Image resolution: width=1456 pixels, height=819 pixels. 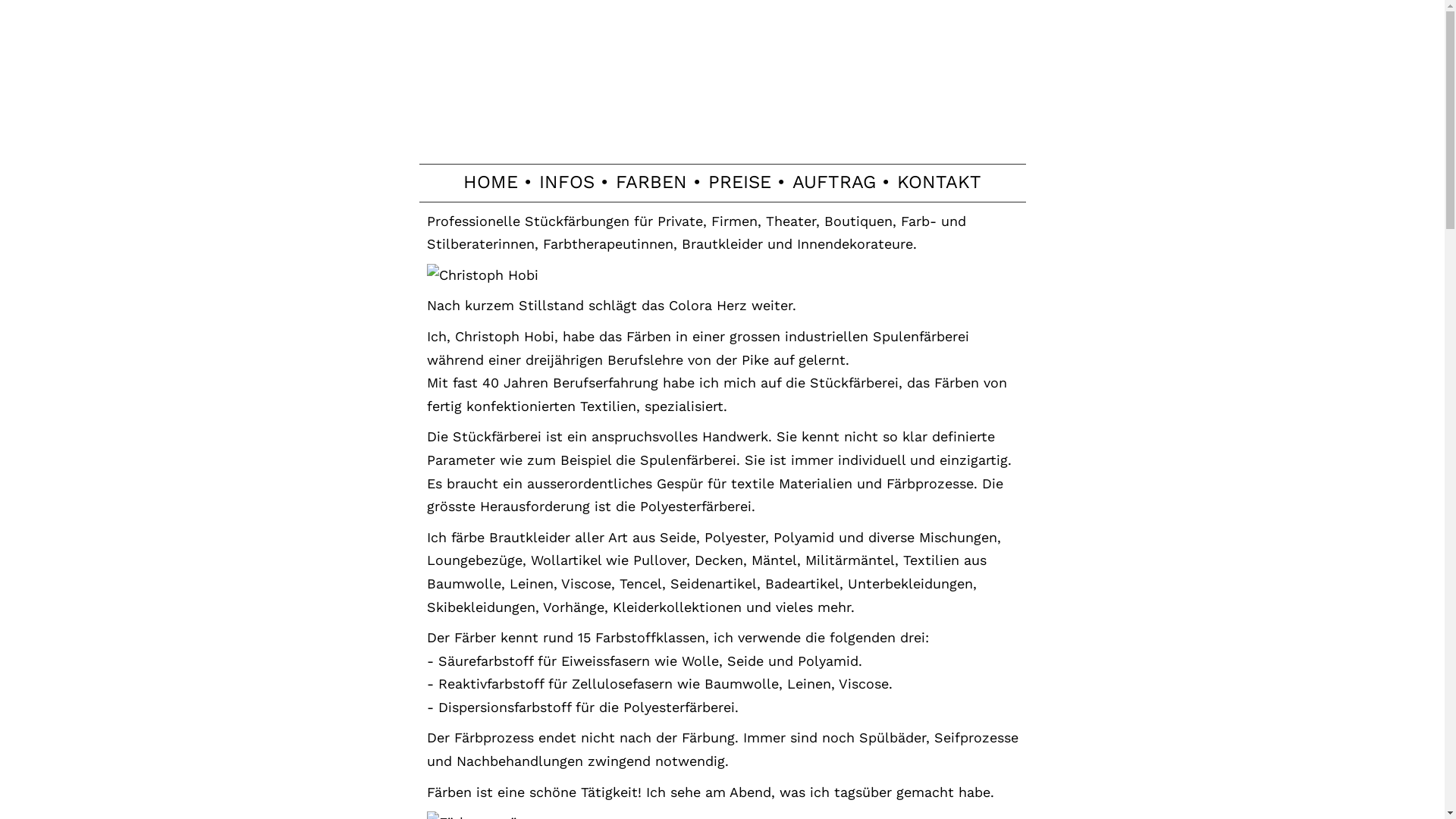 What do you see at coordinates (792, 180) in the screenshot?
I see `'AUFTRAG'` at bounding box center [792, 180].